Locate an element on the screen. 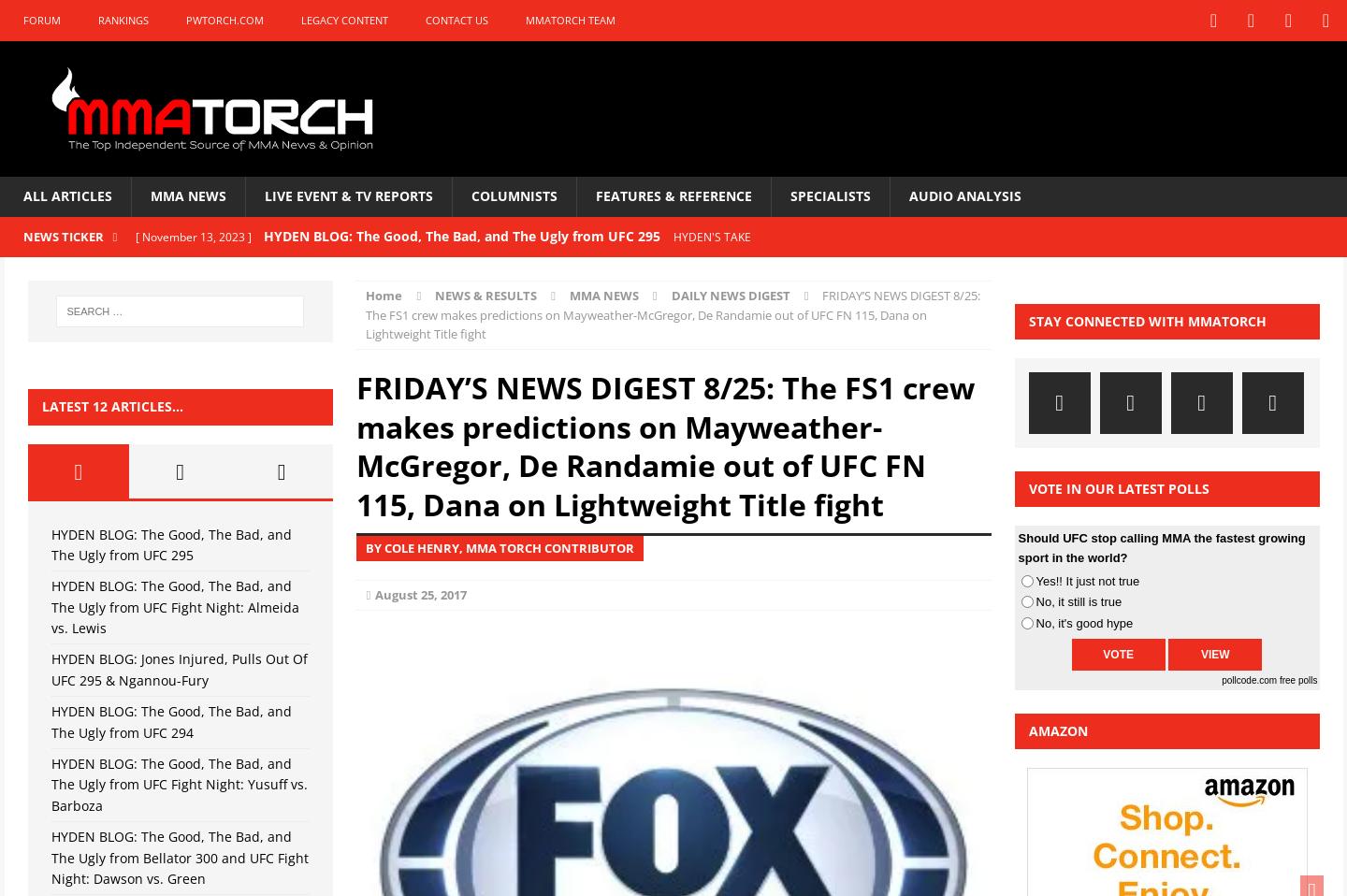  'STAY CONNECTED WITH MMATORCH' is located at coordinates (1146, 319).